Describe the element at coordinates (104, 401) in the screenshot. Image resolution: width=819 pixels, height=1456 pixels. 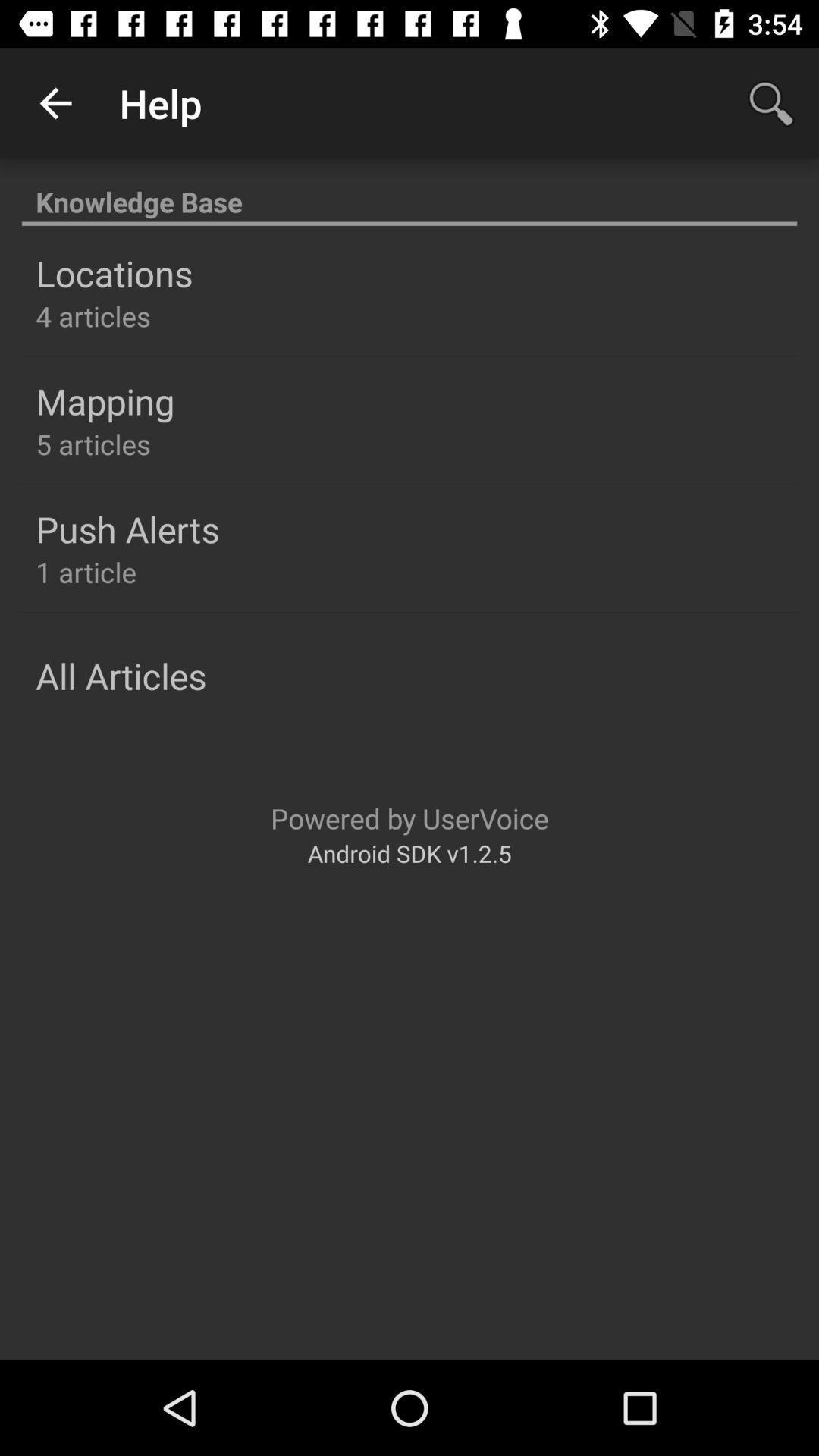
I see `icon above the 5 articles item` at that location.